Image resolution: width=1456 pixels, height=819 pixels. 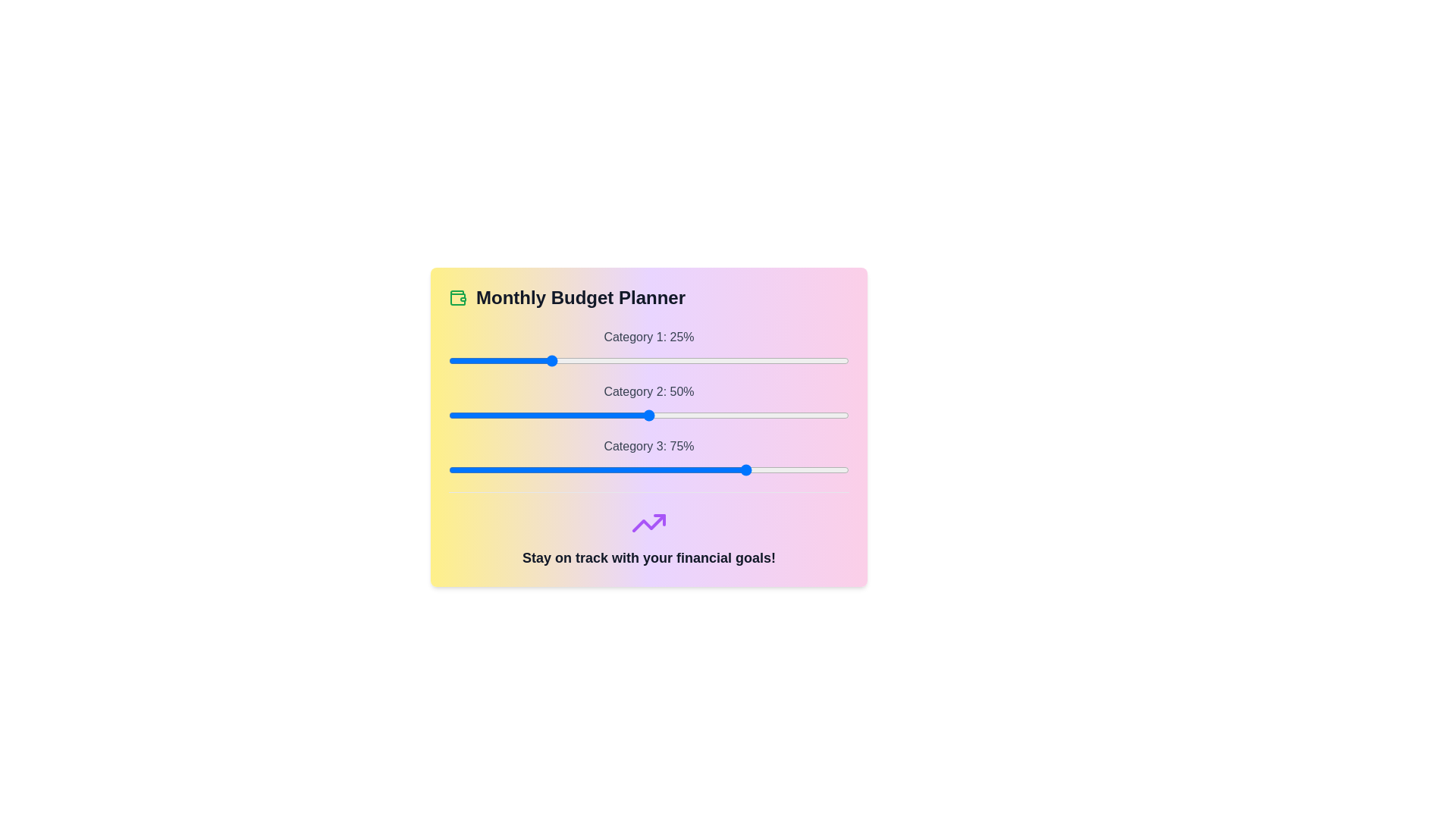 What do you see at coordinates (456, 360) in the screenshot?
I see `the slider for Category 1 to 2%` at bounding box center [456, 360].